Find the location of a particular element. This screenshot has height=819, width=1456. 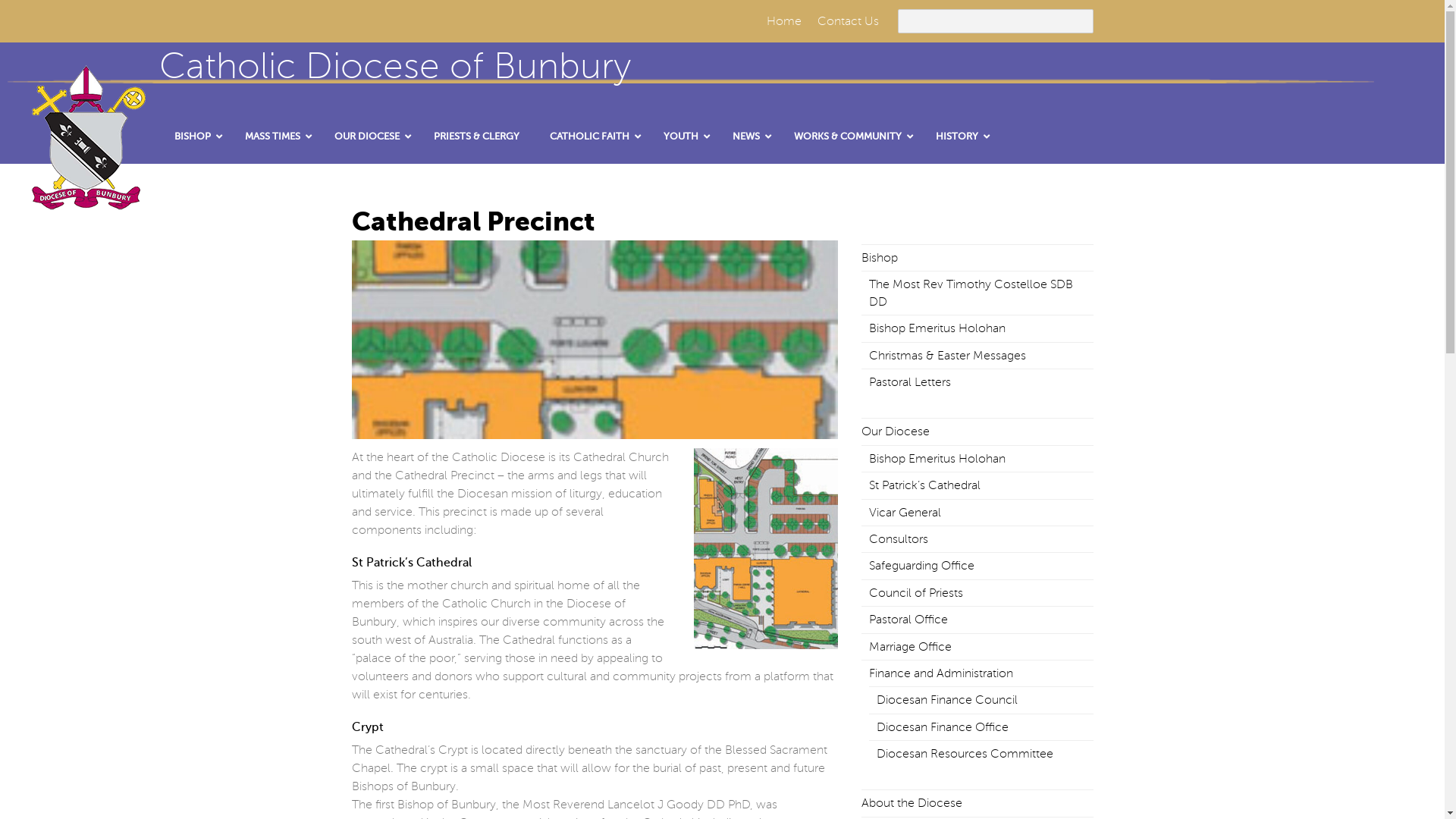

'Finance and Administration' is located at coordinates (940, 672).